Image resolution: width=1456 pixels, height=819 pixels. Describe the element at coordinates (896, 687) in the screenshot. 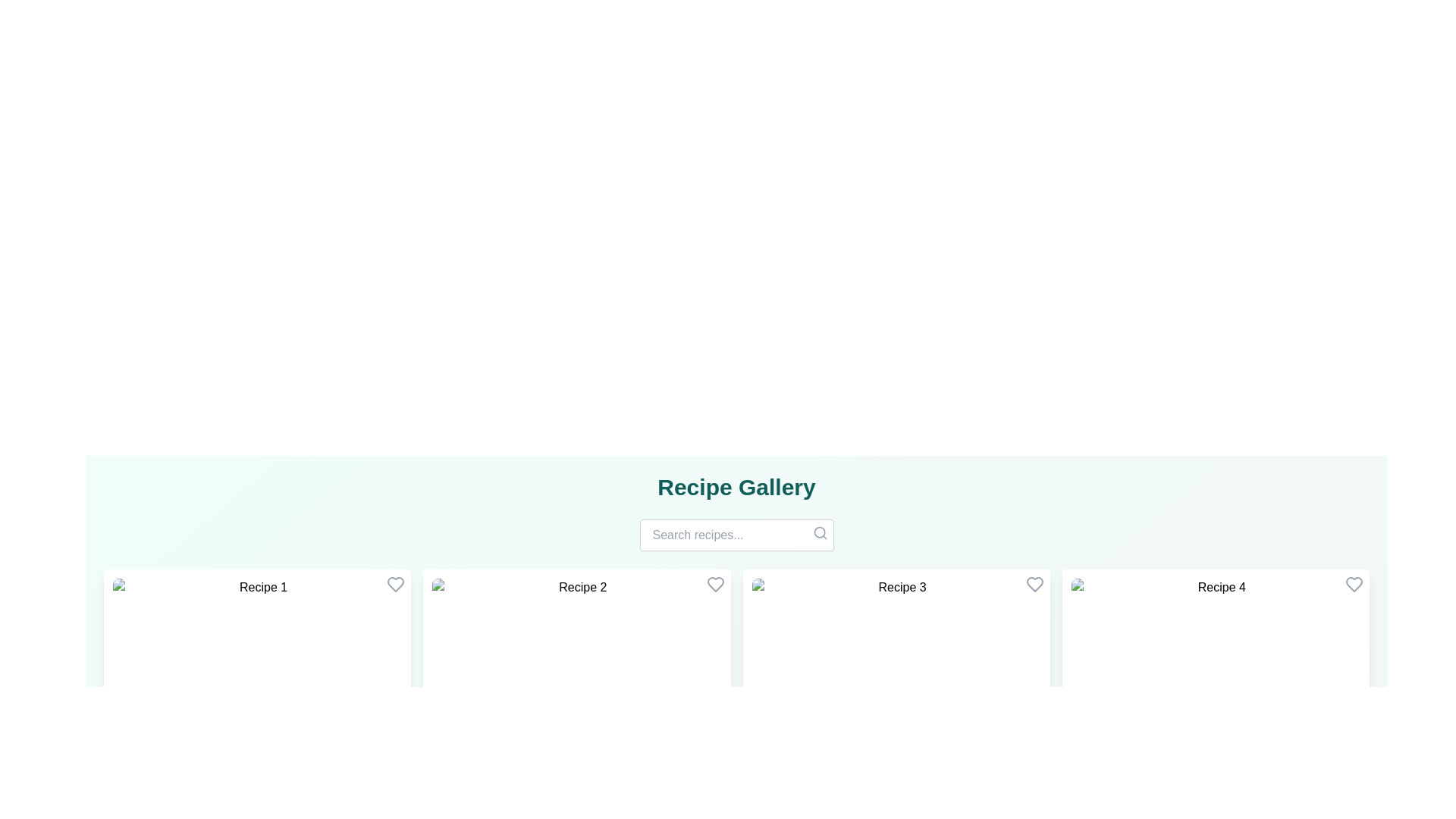

I see `the 'Recipe 3' card, which is a rectangular card with a white background and rounded corners, featuring a bold title and a prominent 'View Recipe' button at the bottom` at that location.